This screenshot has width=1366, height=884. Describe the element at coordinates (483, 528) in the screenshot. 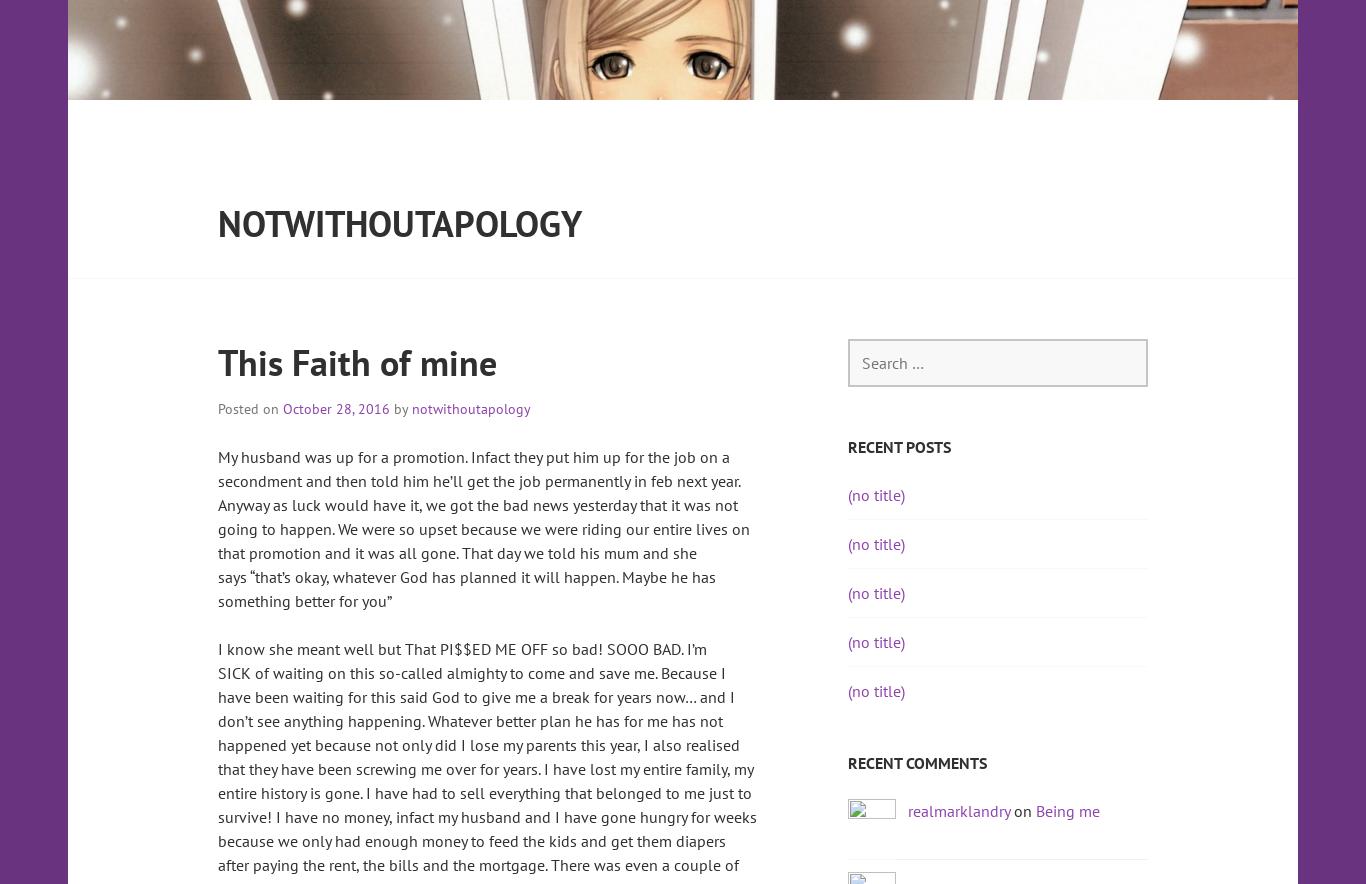

I see `'My husband was up for a promotion. Infact they put him up for the job on a secondment and then told him he’ll get the job permanently in feb next year. Anyway as luck would have it, we got the bad news yesterday that it was not going to happen. We were so upset because we were riding our entire lives on that promotion and it was all gone. That day we told his mum and she says “that’s okay, whatever God has planned it will happen. Maybe he has something better for you”'` at that location.